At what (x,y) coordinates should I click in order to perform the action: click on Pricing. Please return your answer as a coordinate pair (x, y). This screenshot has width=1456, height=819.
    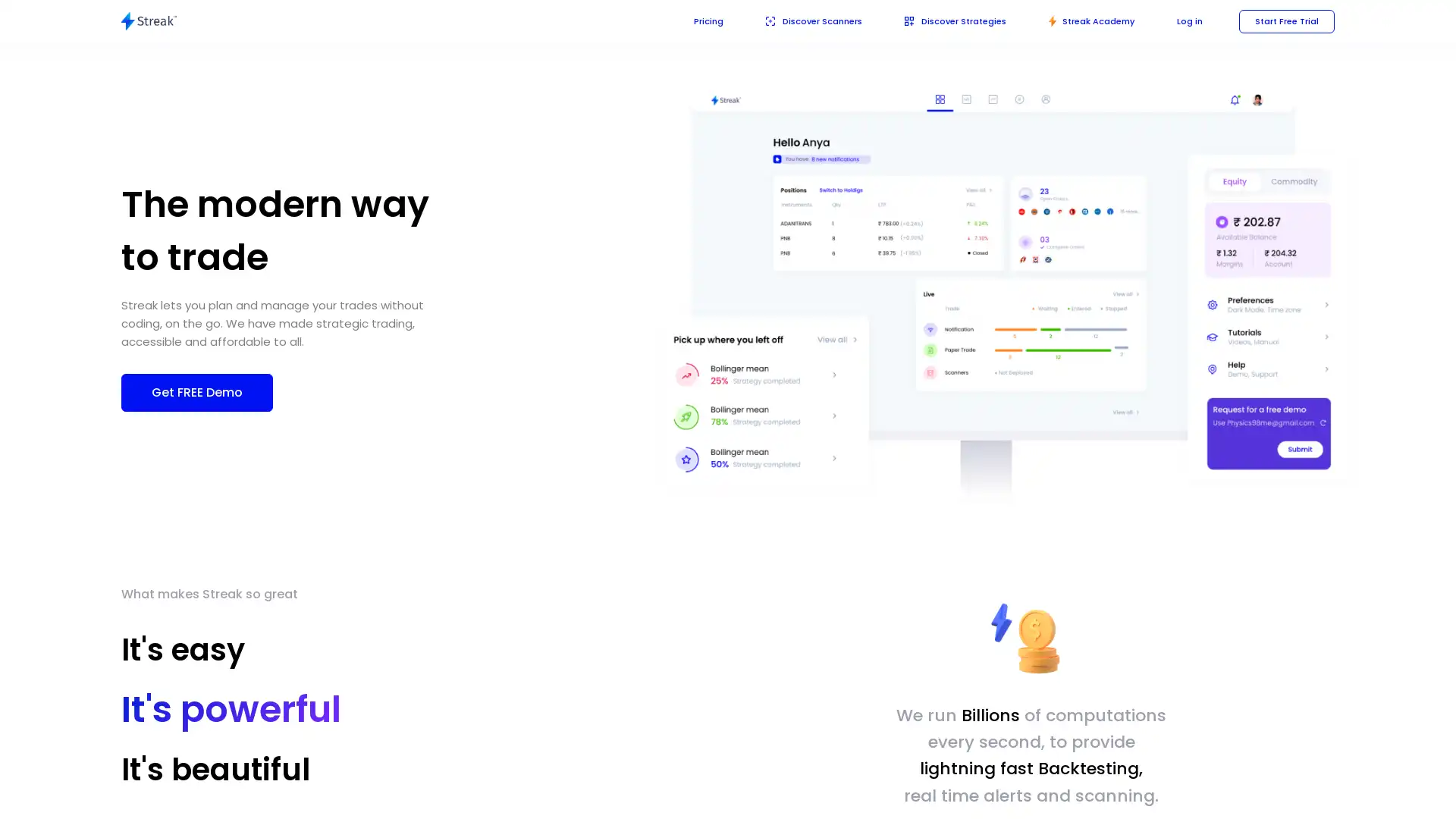
    Looking at the image, I should click on (686, 20).